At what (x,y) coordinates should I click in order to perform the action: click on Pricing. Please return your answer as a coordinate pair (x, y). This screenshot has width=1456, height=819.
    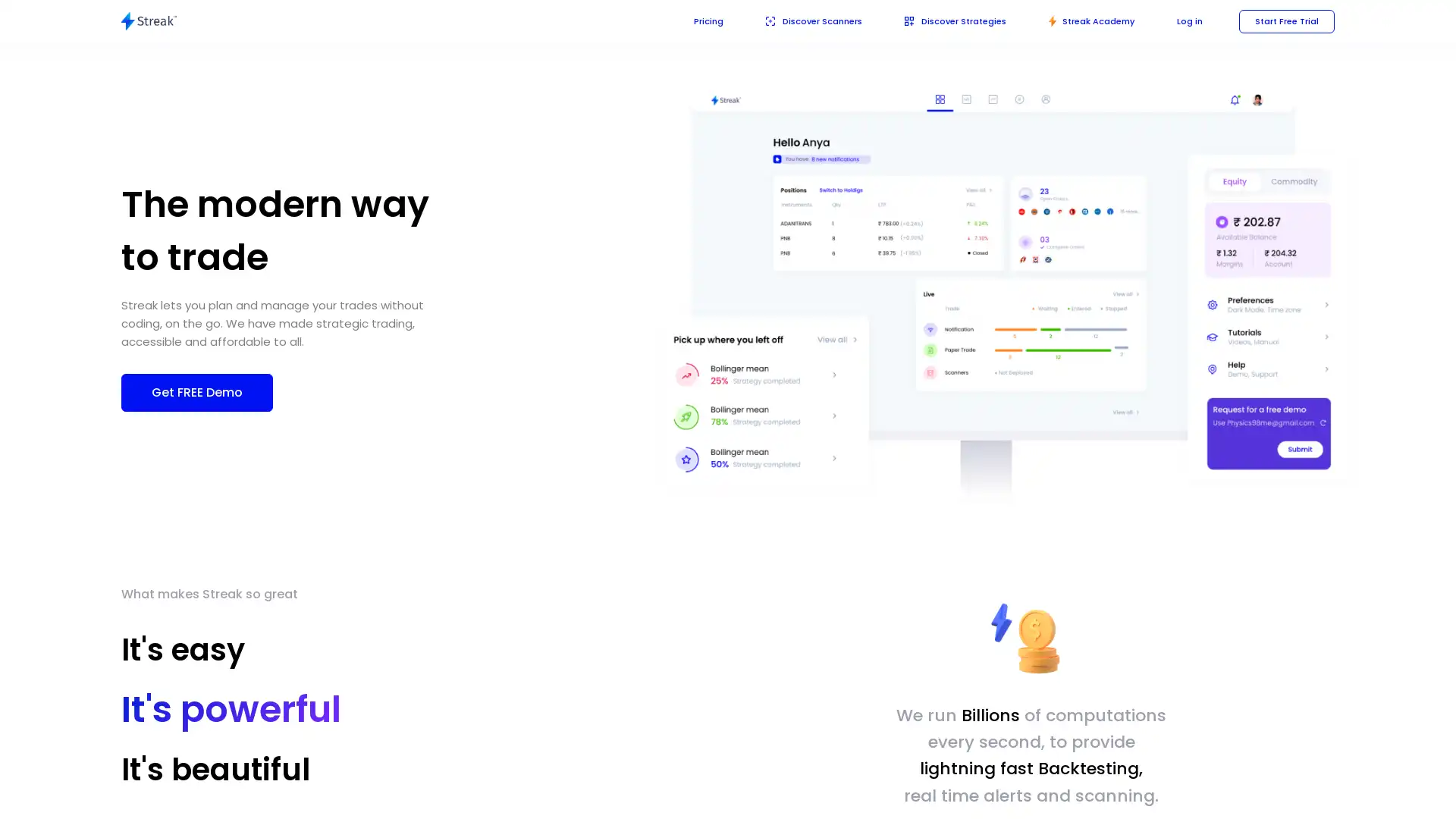
    Looking at the image, I should click on (686, 20).